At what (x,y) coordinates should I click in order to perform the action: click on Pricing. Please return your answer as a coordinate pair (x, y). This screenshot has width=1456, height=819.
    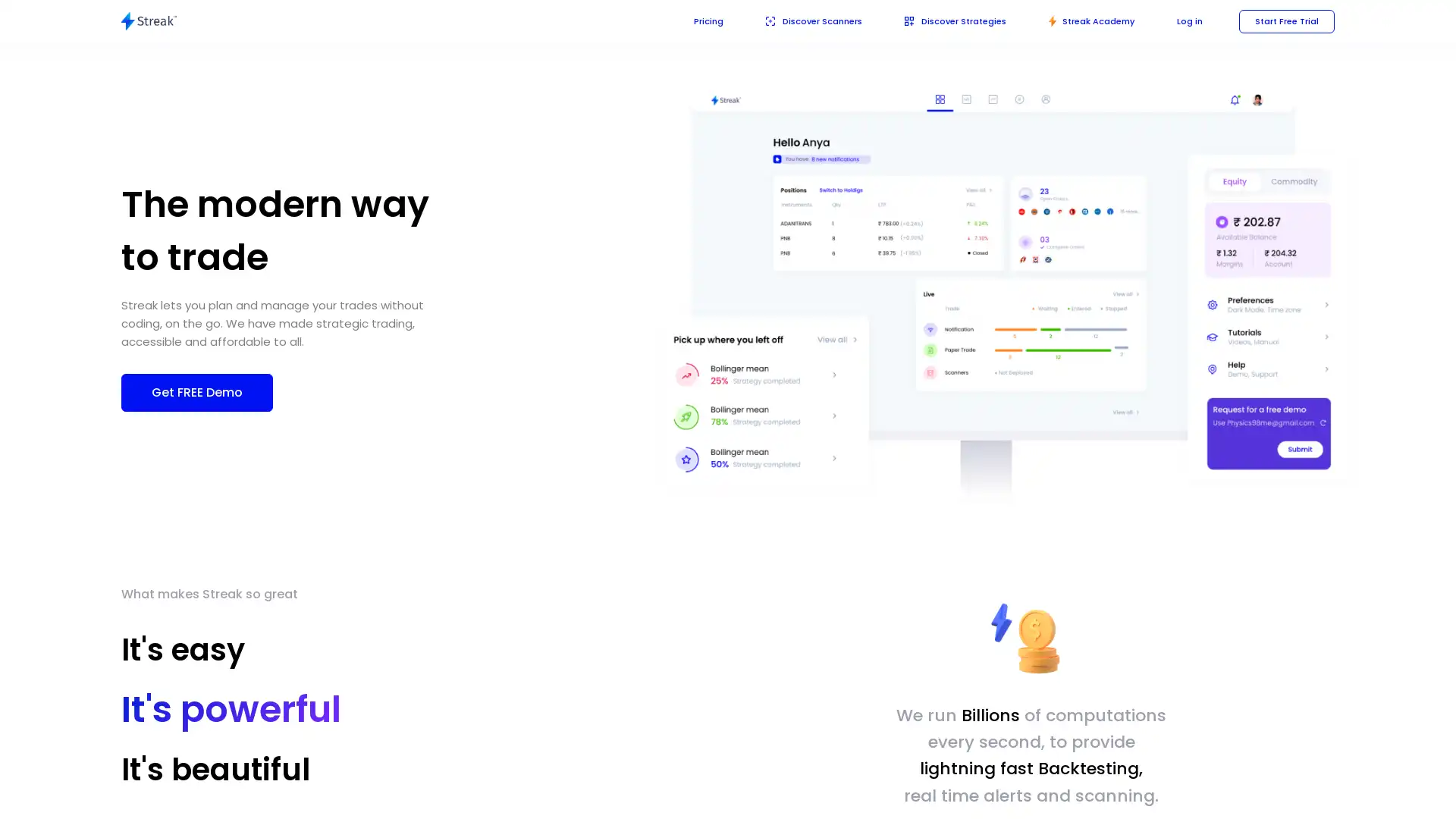
    Looking at the image, I should click on (686, 20).